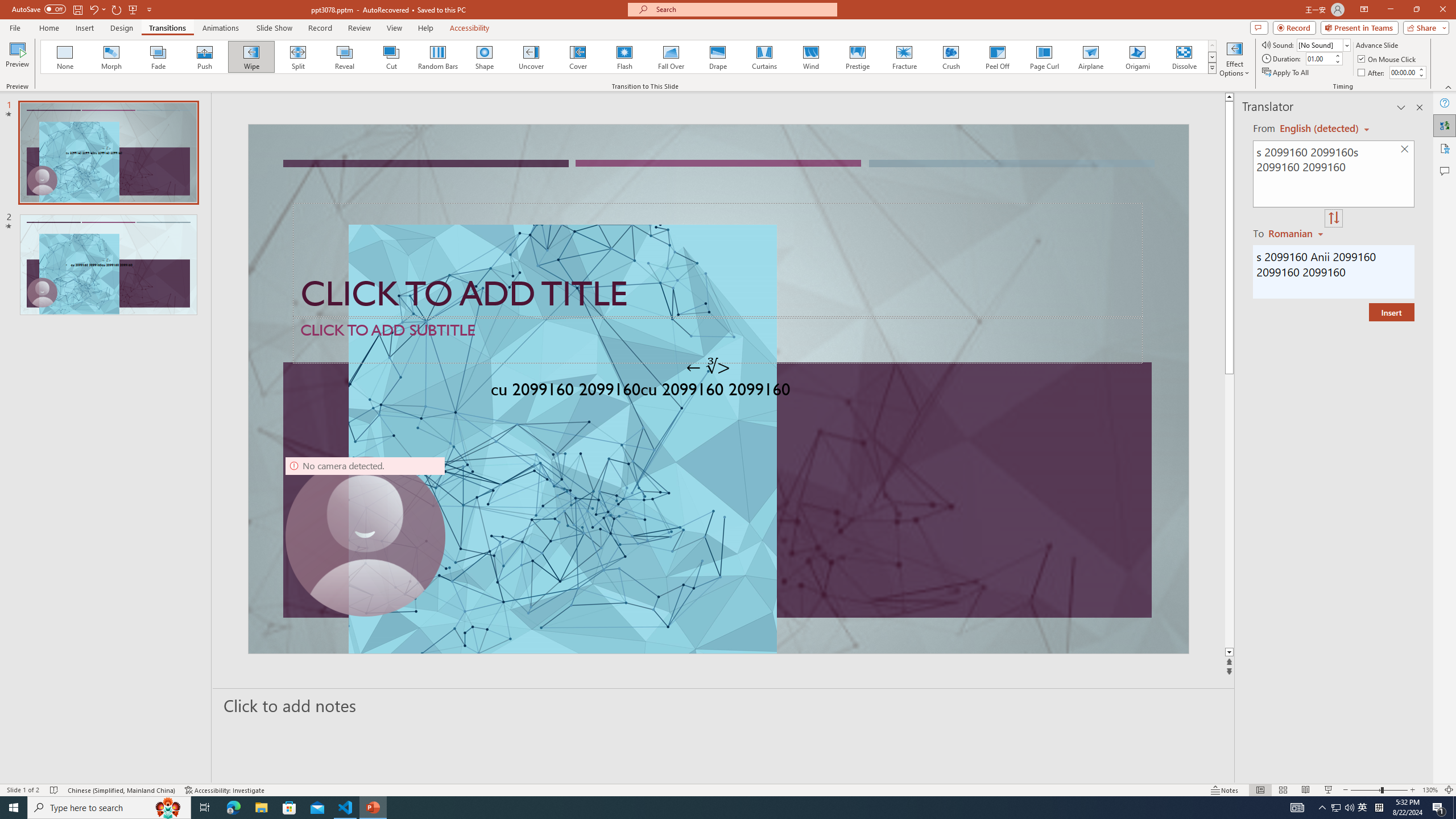  What do you see at coordinates (204, 56) in the screenshot?
I see `'Push'` at bounding box center [204, 56].